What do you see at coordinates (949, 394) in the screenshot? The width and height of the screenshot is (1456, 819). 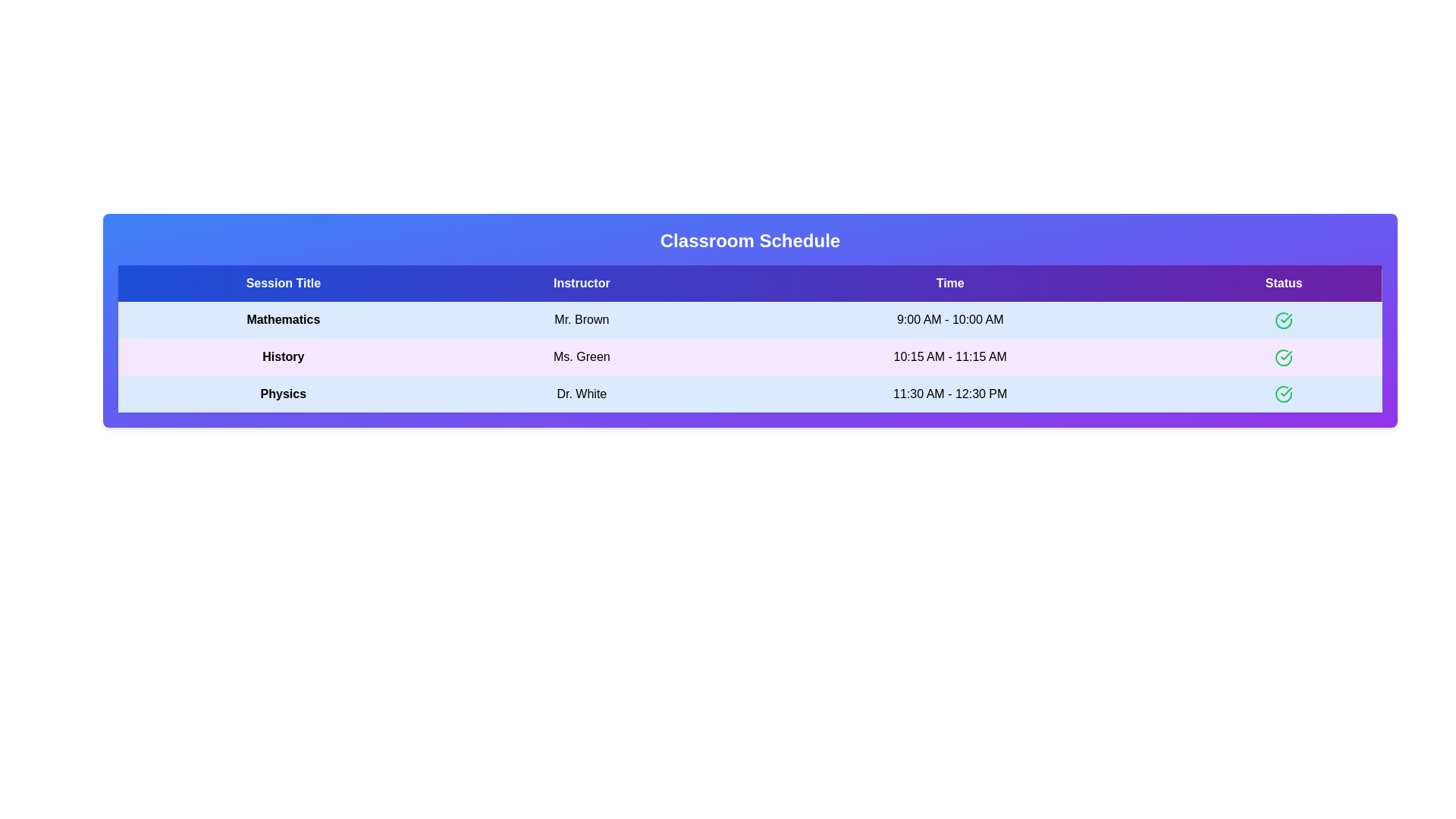 I see `the text element 11:30 AM - 12:30 PM to select or copy its content` at bounding box center [949, 394].